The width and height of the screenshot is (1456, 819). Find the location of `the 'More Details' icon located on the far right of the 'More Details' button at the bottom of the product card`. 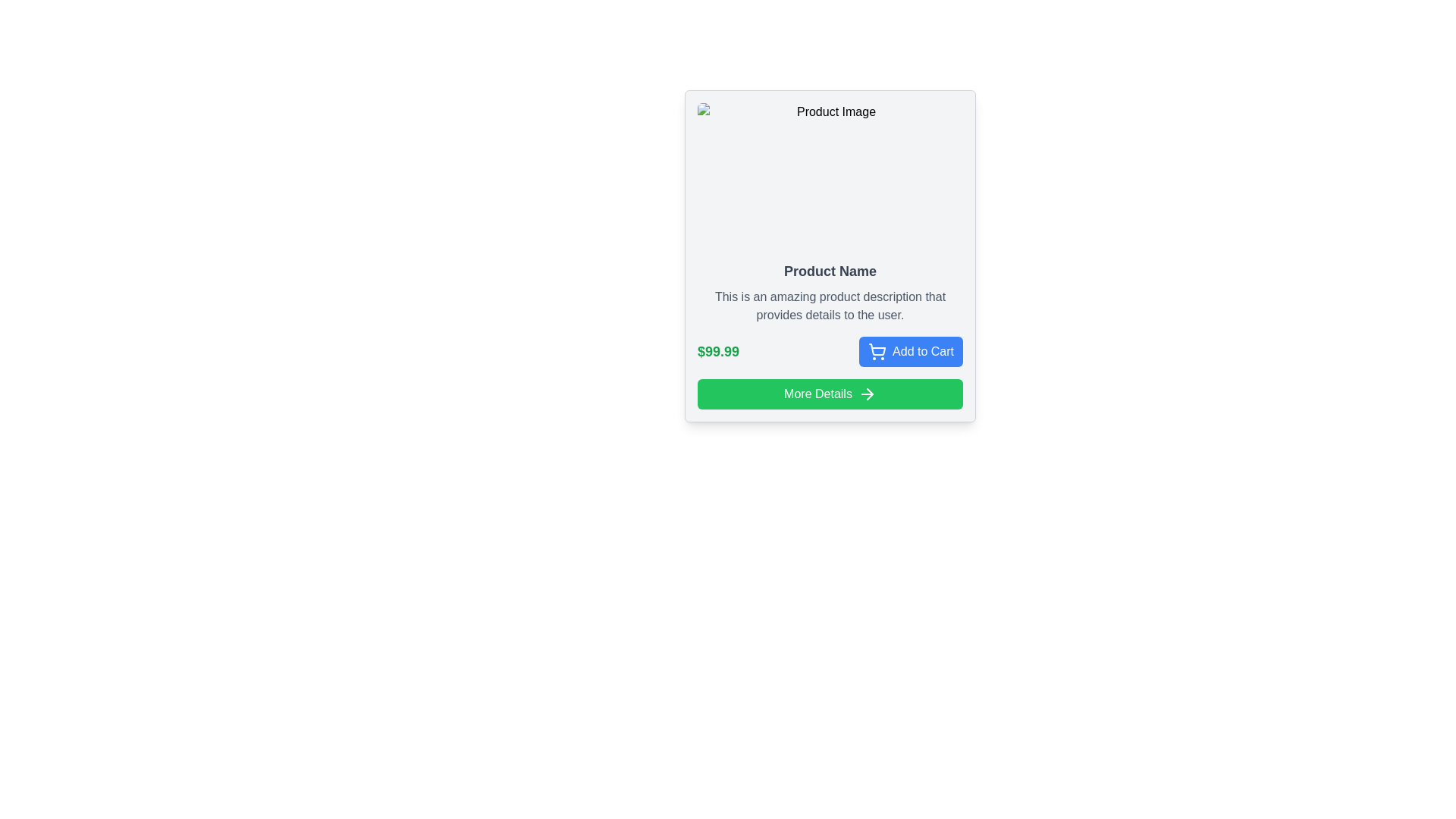

the 'More Details' icon located on the far right of the 'More Details' button at the bottom of the product card is located at coordinates (867, 394).